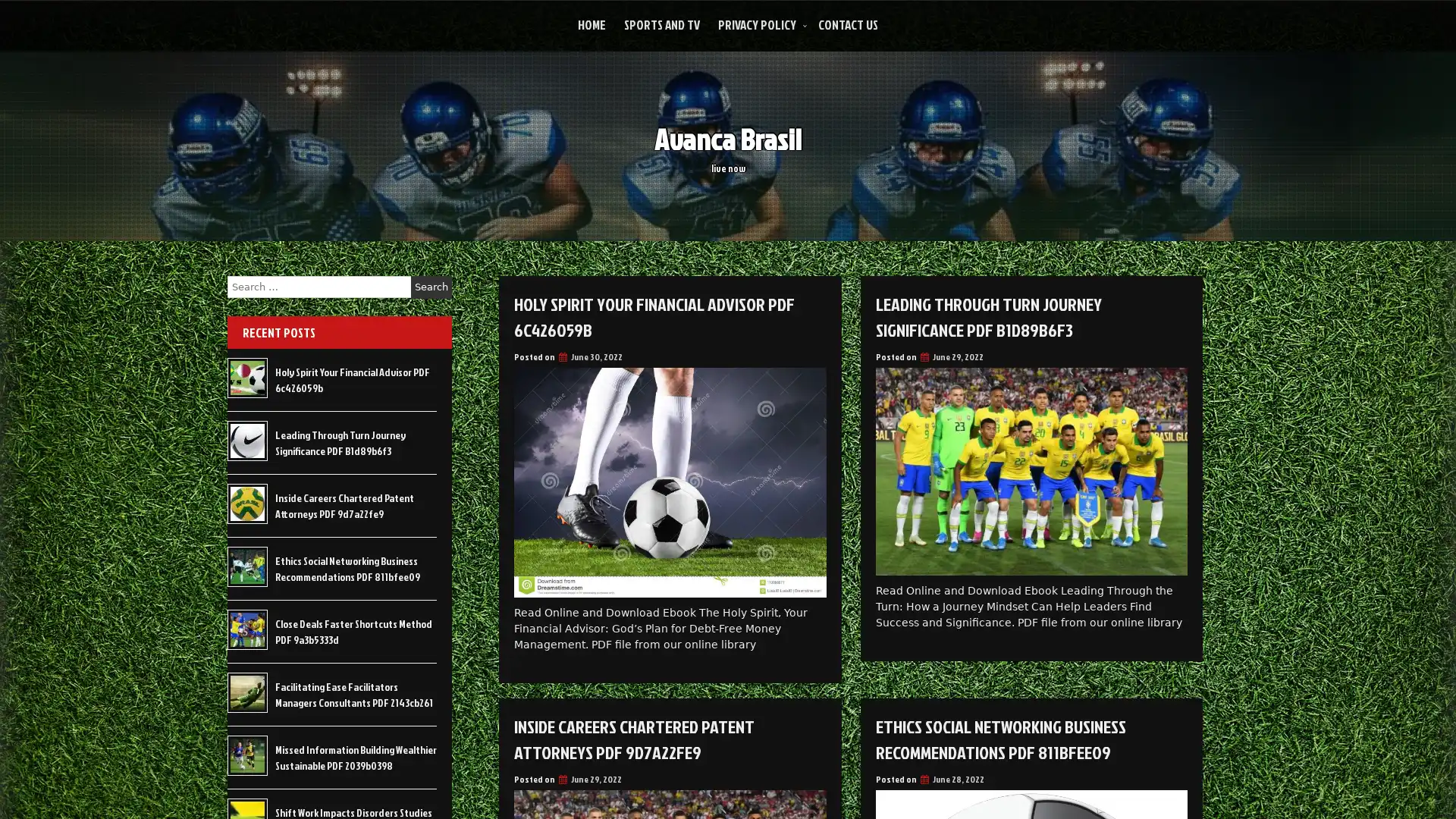 The image size is (1456, 819). Describe the element at coordinates (431, 287) in the screenshot. I see `Search` at that location.